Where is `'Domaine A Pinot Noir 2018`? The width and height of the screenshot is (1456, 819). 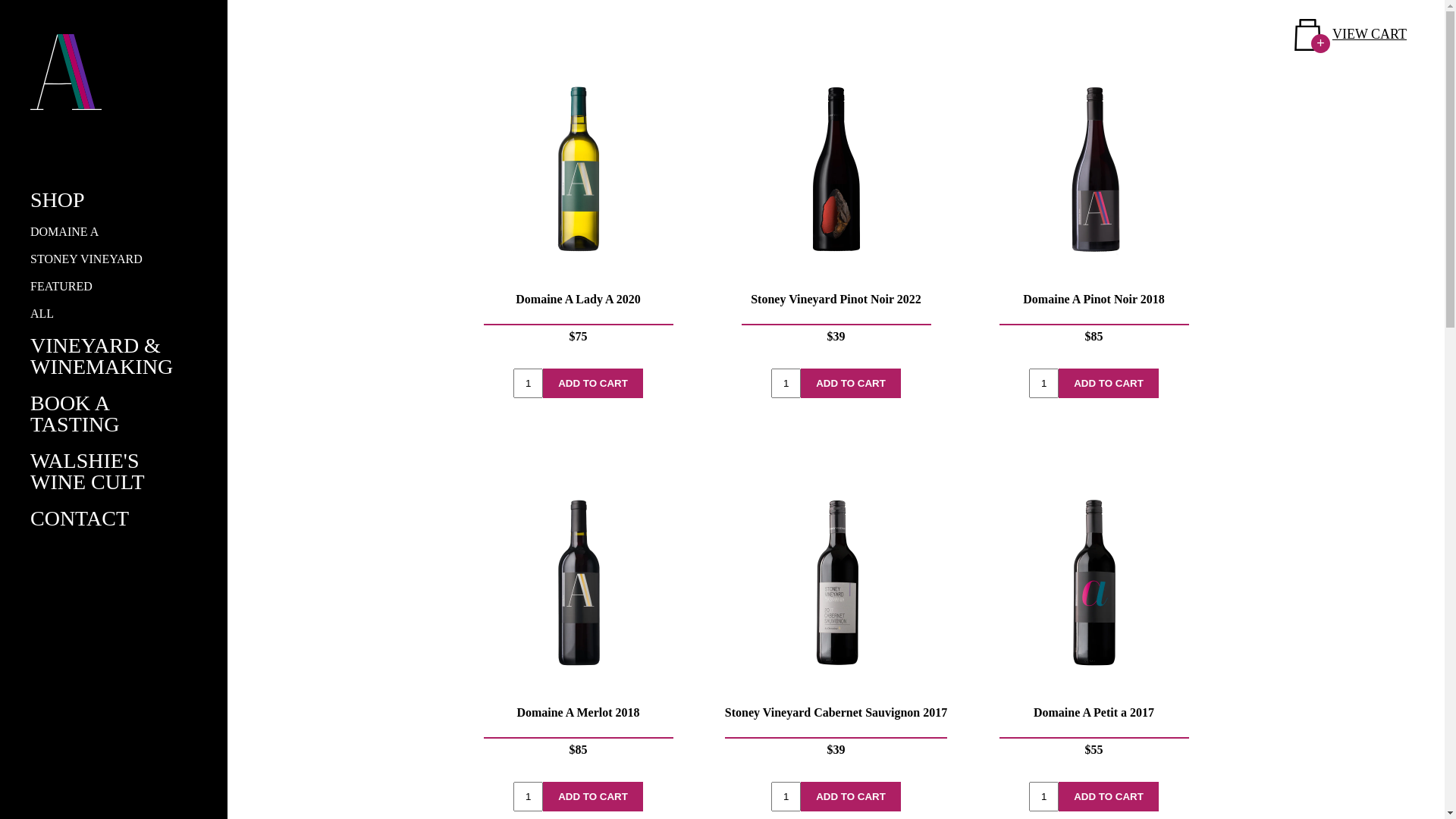 'Domaine A Pinot Noir 2018 is located at coordinates (1093, 210).